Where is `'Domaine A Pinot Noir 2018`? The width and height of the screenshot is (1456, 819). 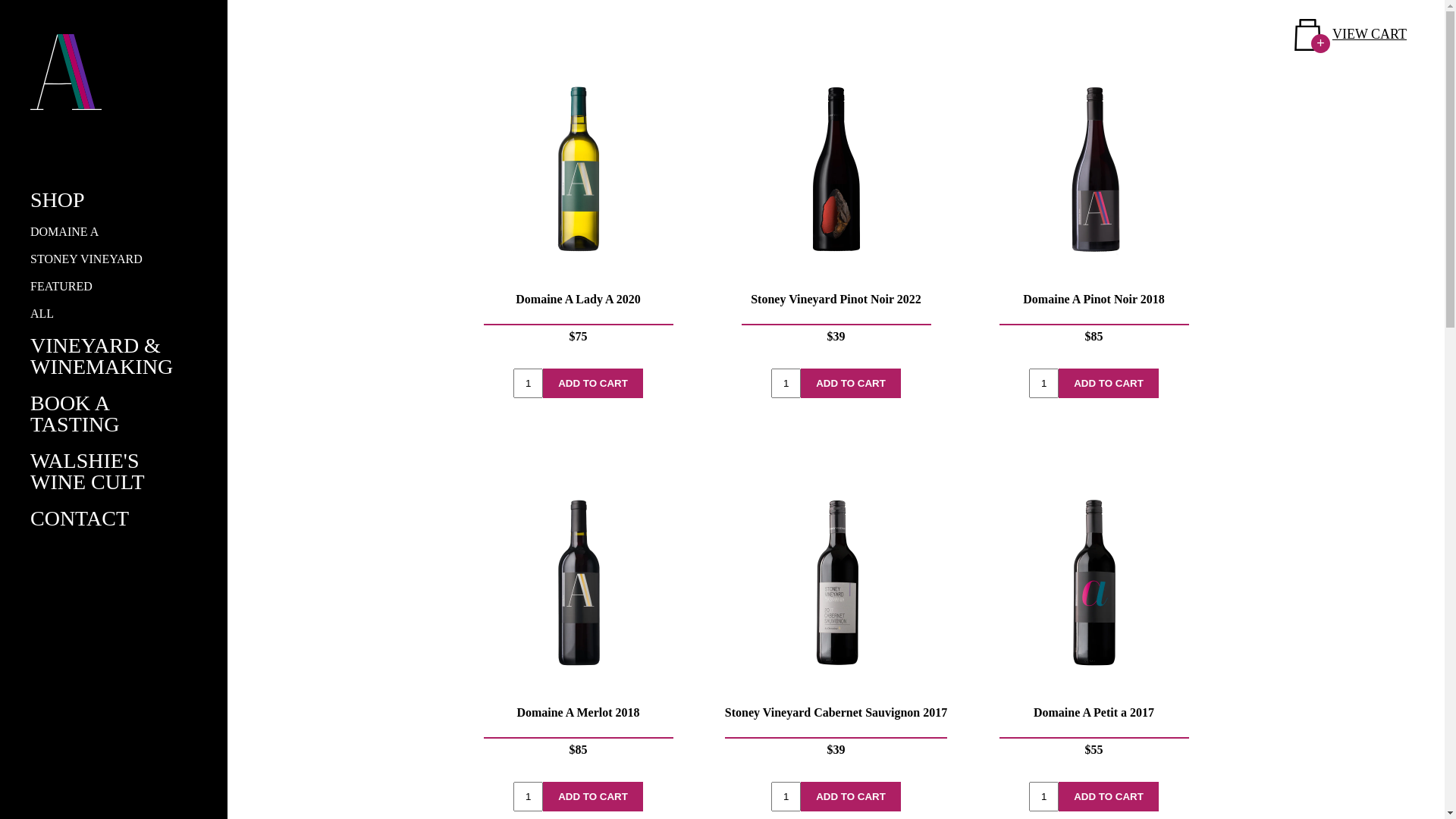 'Domaine A Pinot Noir 2018 is located at coordinates (1093, 210).